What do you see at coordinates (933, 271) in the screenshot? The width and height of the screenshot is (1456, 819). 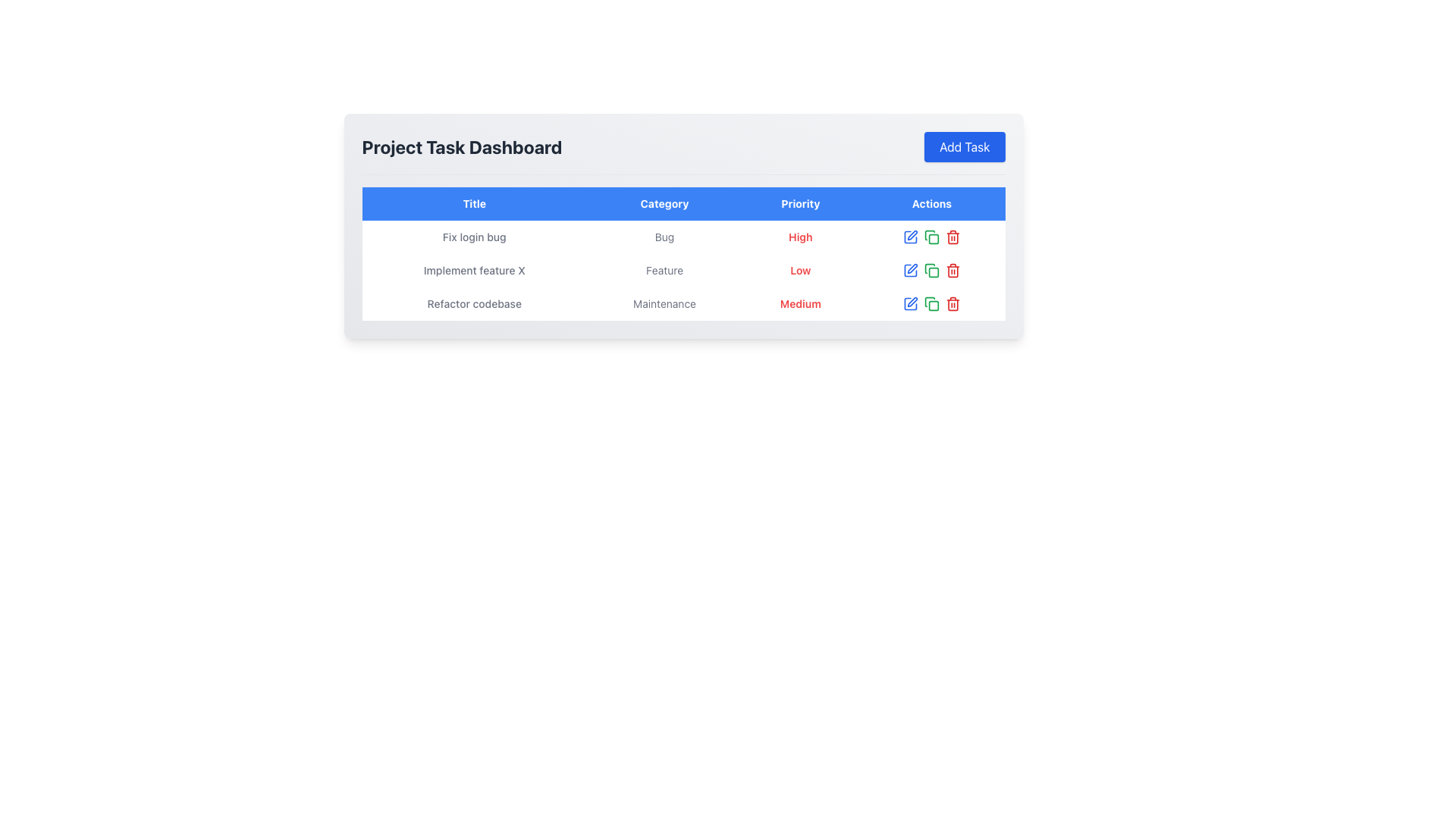 I see `the copy icon located in the 'Actions' column of the table row, positioned to the right of the last listed task` at bounding box center [933, 271].